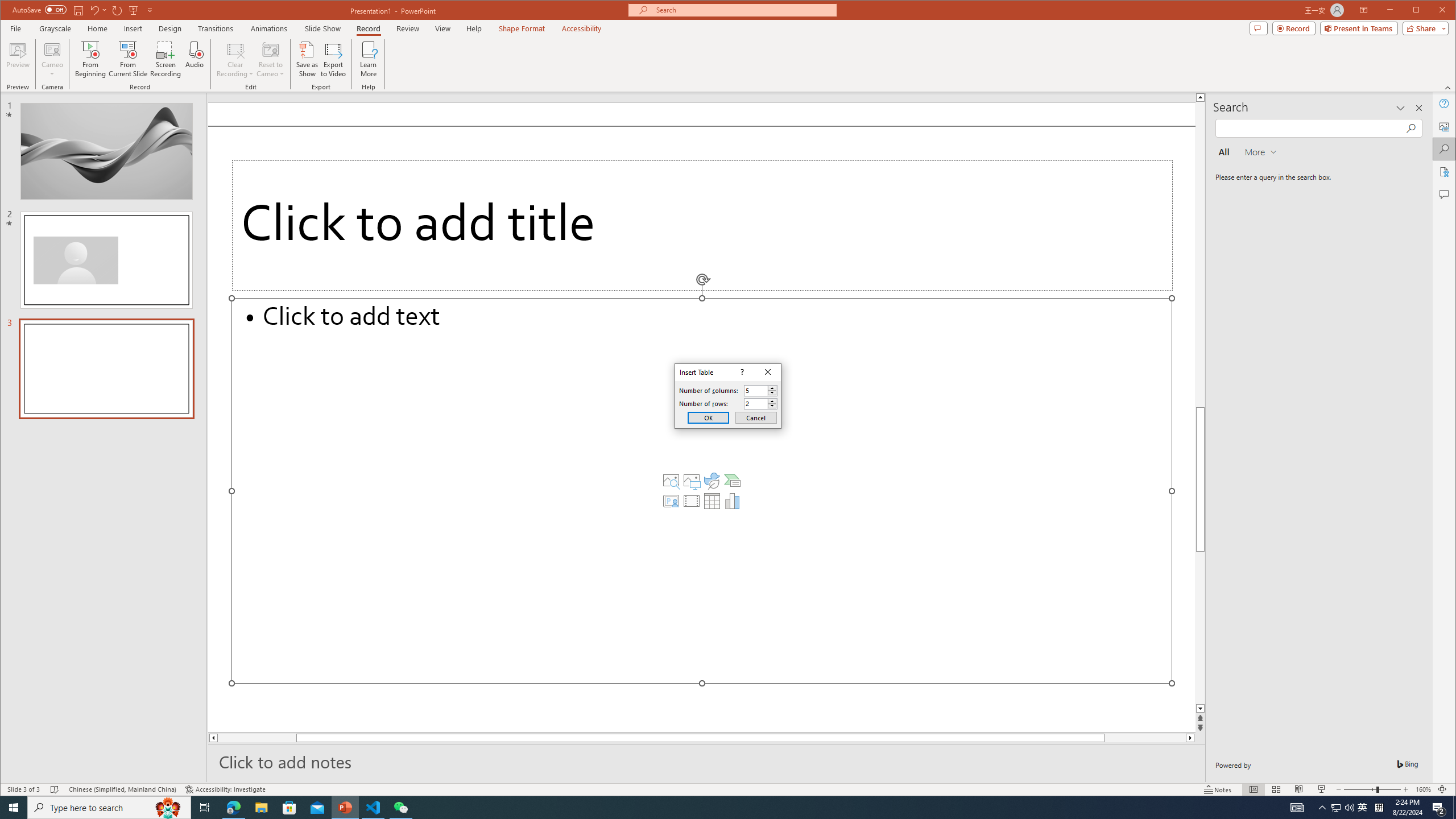 This screenshot has width=1456, height=819. What do you see at coordinates (760, 390) in the screenshot?
I see `'Number of columns'` at bounding box center [760, 390].